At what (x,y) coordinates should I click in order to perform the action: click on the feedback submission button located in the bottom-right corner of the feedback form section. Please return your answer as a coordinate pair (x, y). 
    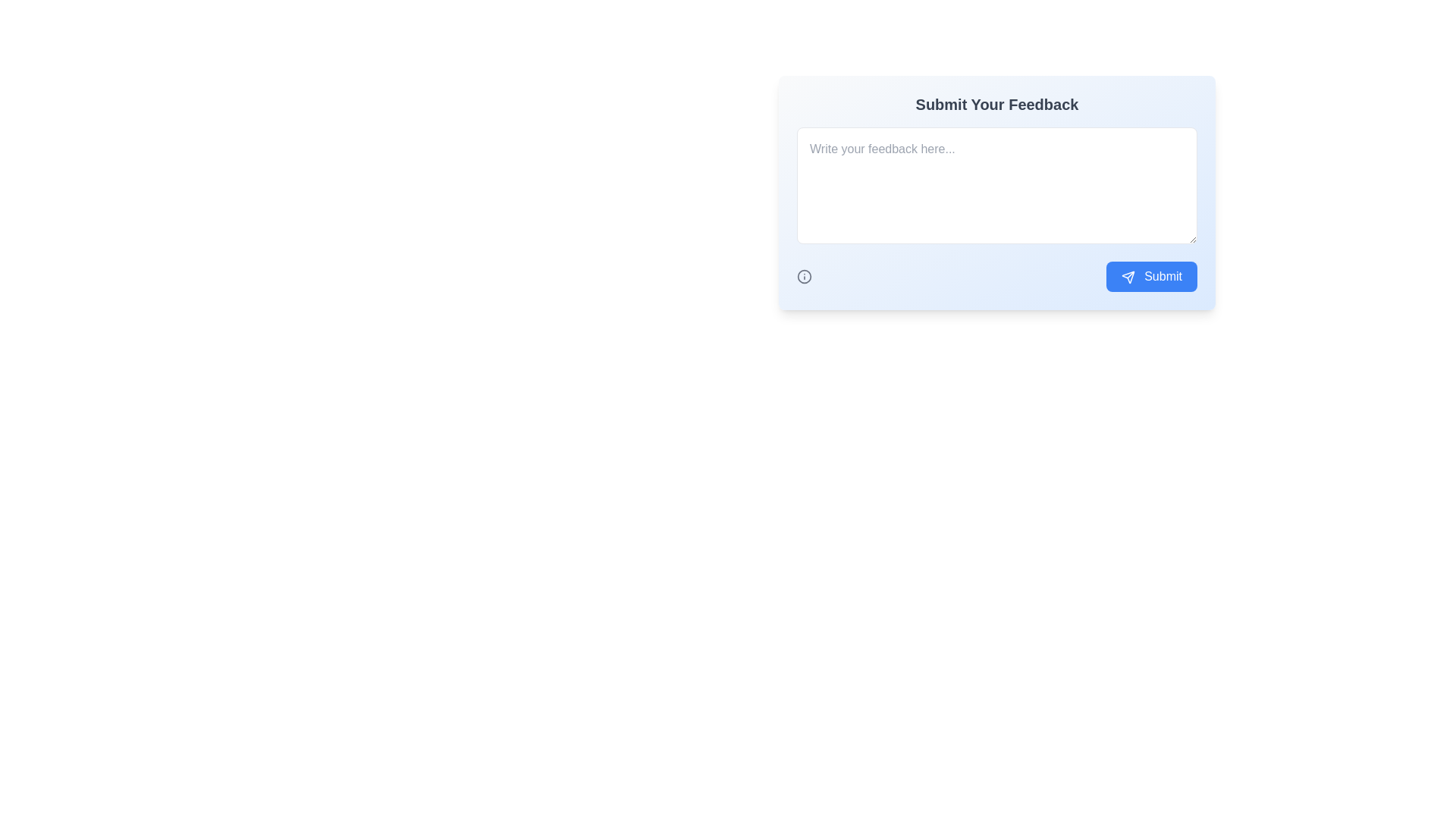
    Looking at the image, I should click on (1151, 277).